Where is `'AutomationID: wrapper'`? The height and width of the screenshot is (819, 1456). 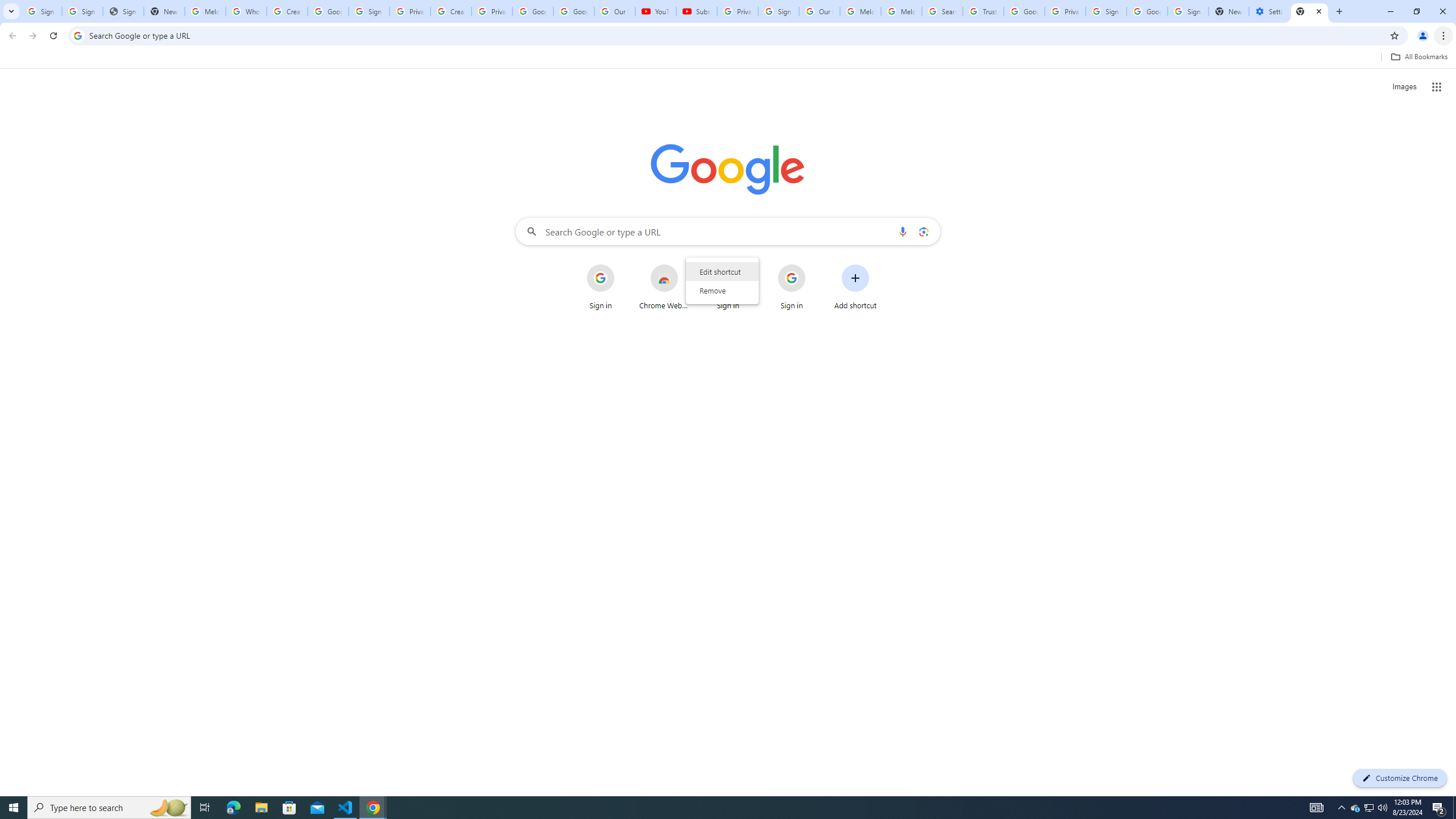
'AutomationID: wrapper' is located at coordinates (721, 281).